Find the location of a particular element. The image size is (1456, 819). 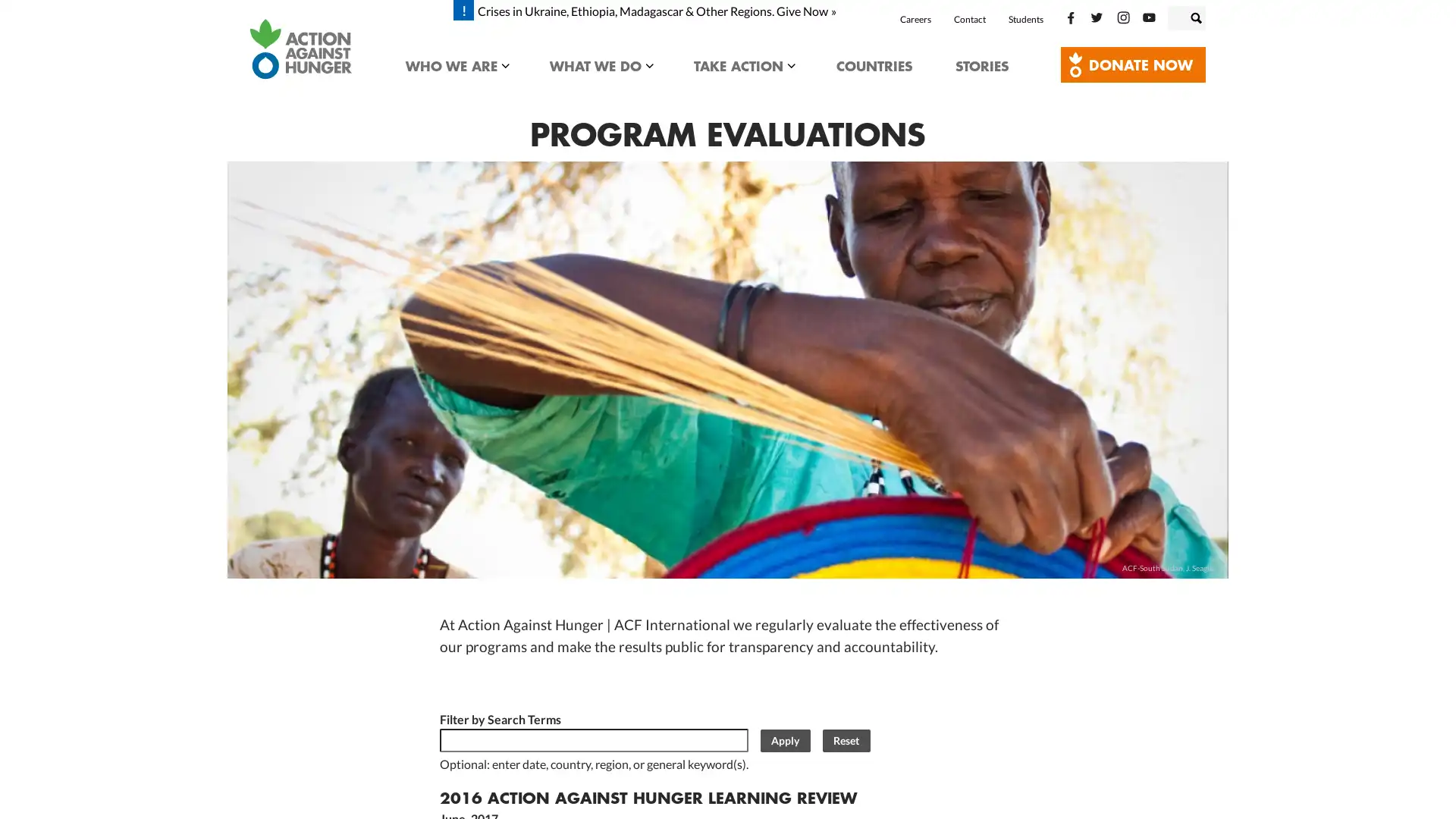

Click Me is located at coordinates (1133, 64).